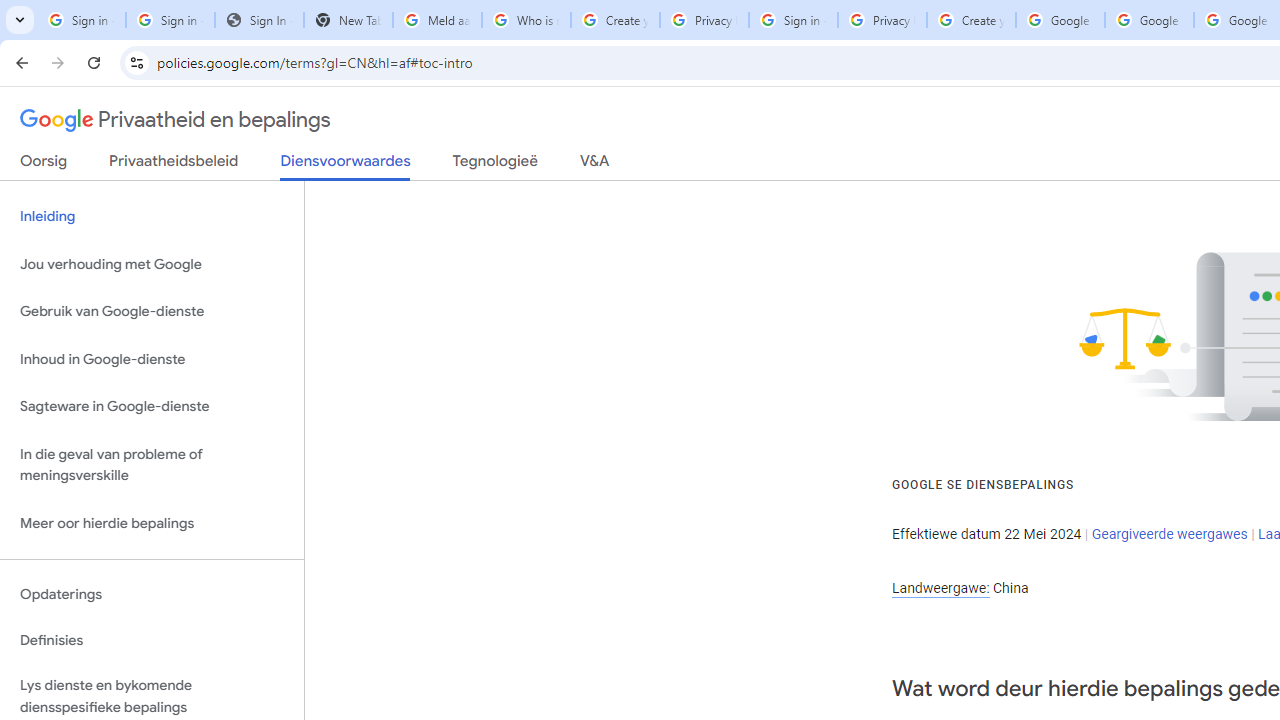 This screenshot has width=1280, height=720. I want to click on 'In die geval van probleme of meningsverskille', so click(151, 464).